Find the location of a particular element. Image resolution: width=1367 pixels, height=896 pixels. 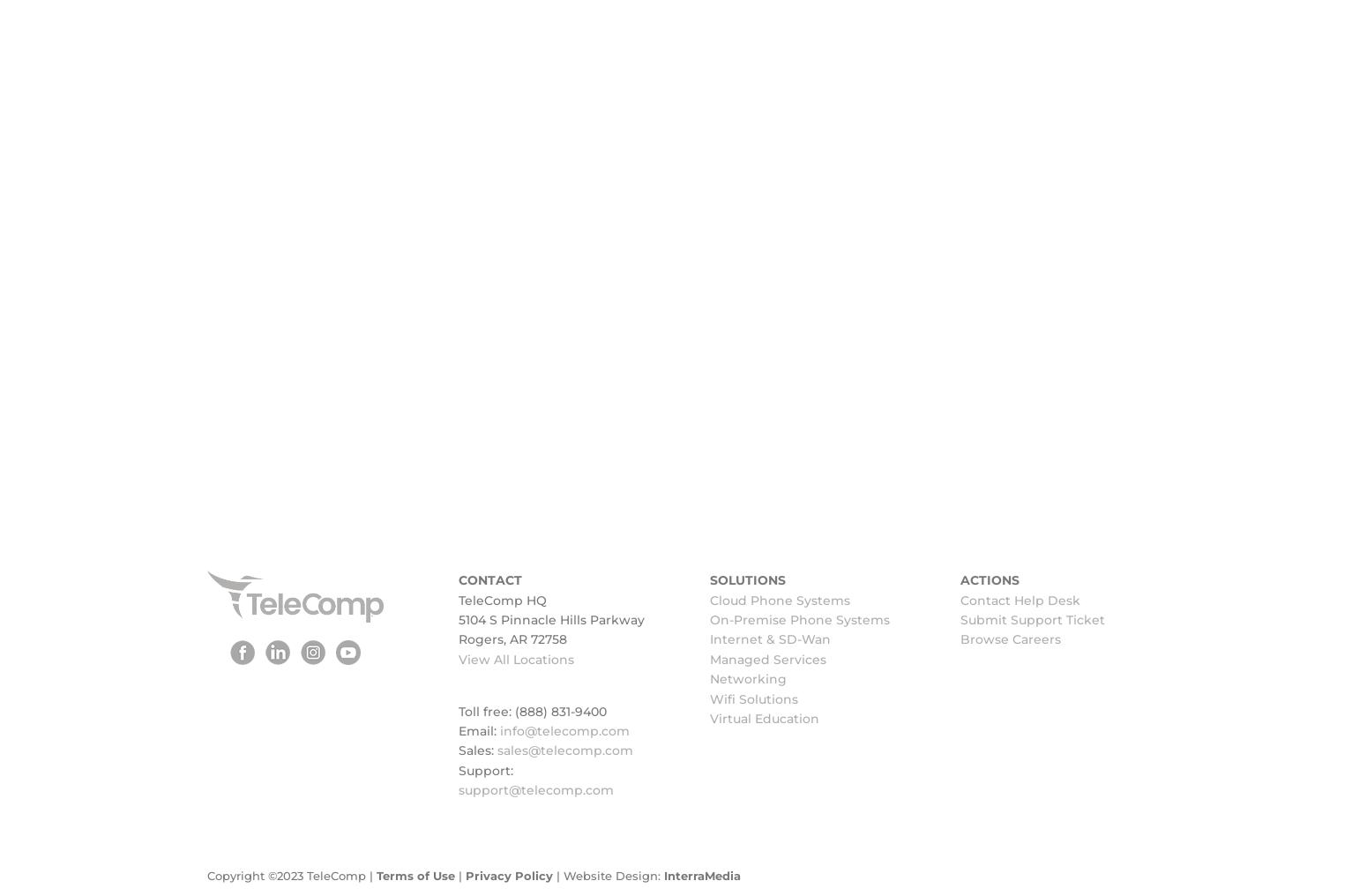

'Copyright ©2023 TeleComp |' is located at coordinates (206, 875).